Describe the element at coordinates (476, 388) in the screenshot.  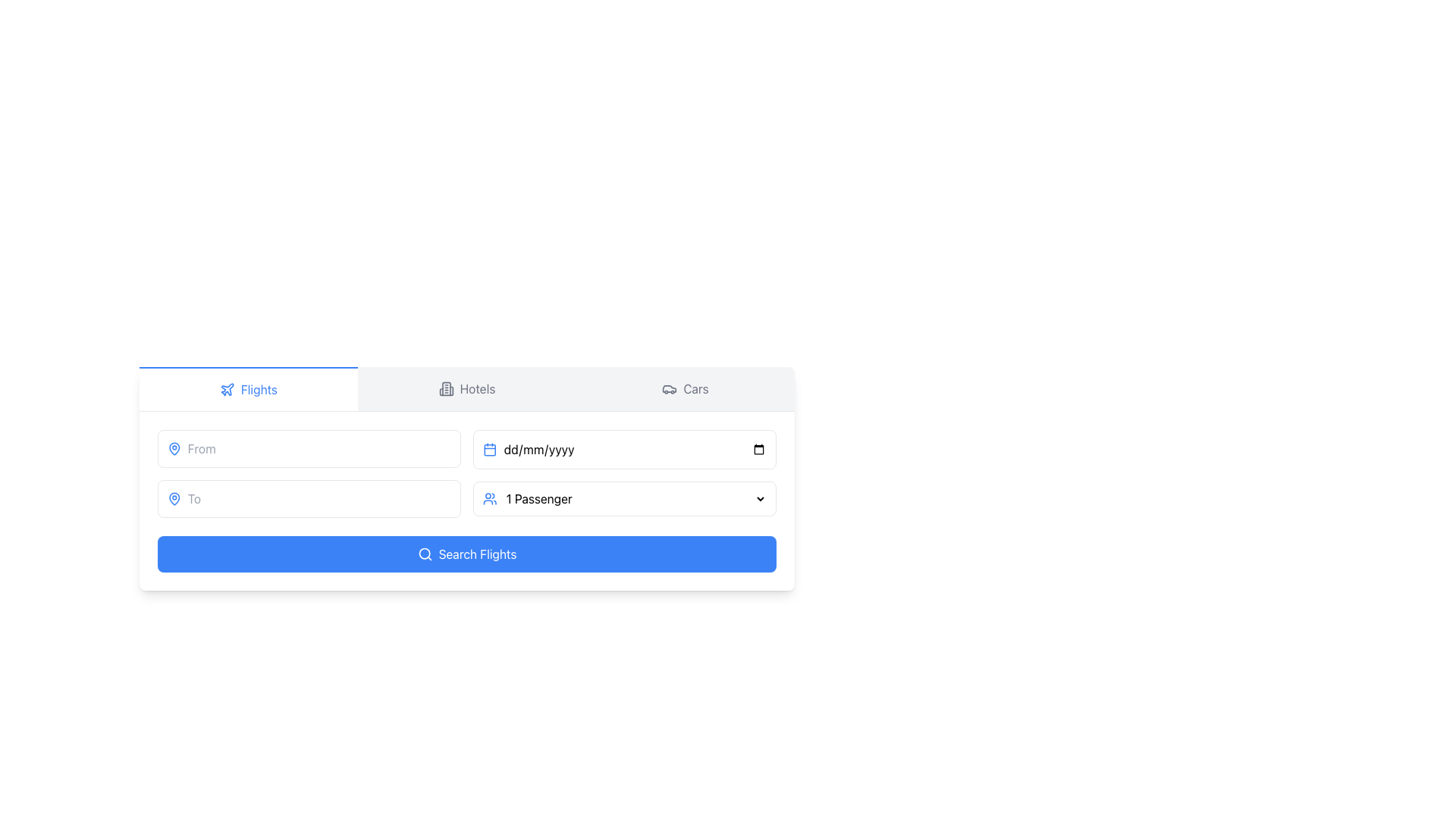
I see `the 'Hotels' text label in the horizontal navigation menu` at that location.